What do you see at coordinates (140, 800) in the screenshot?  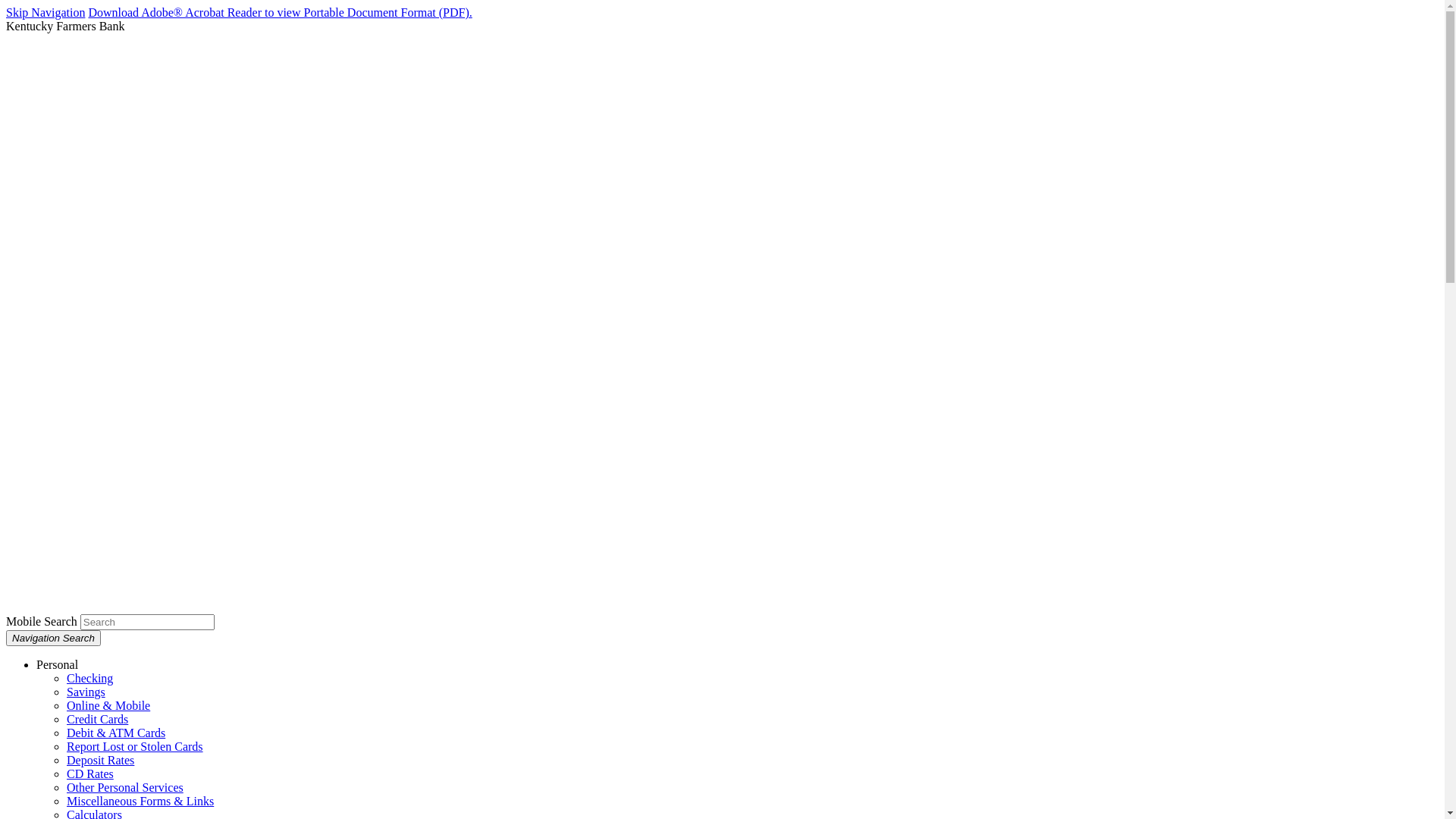 I see `'Miscellaneous Forms & Links'` at bounding box center [140, 800].